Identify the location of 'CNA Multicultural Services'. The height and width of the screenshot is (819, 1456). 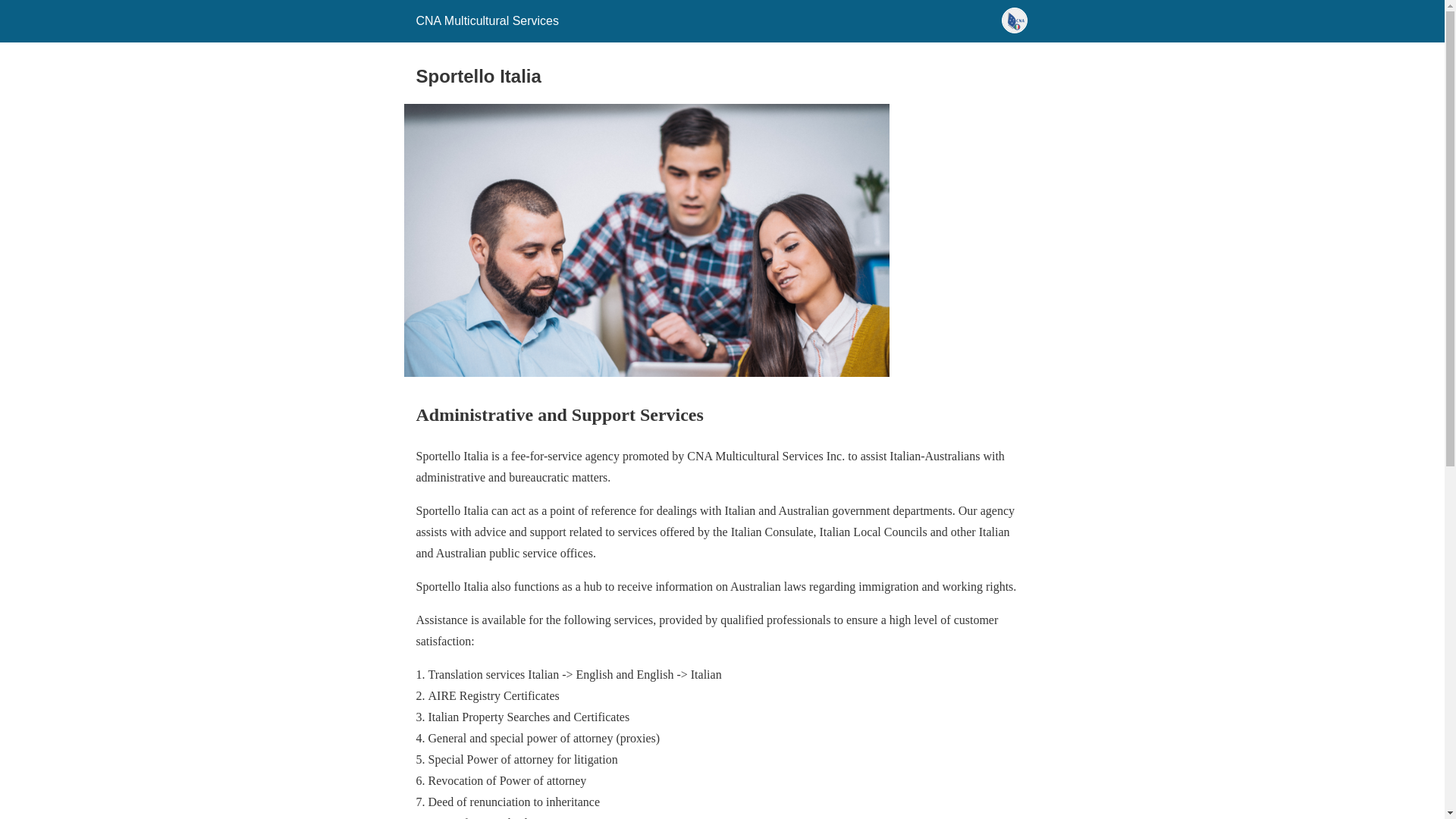
(487, 20).